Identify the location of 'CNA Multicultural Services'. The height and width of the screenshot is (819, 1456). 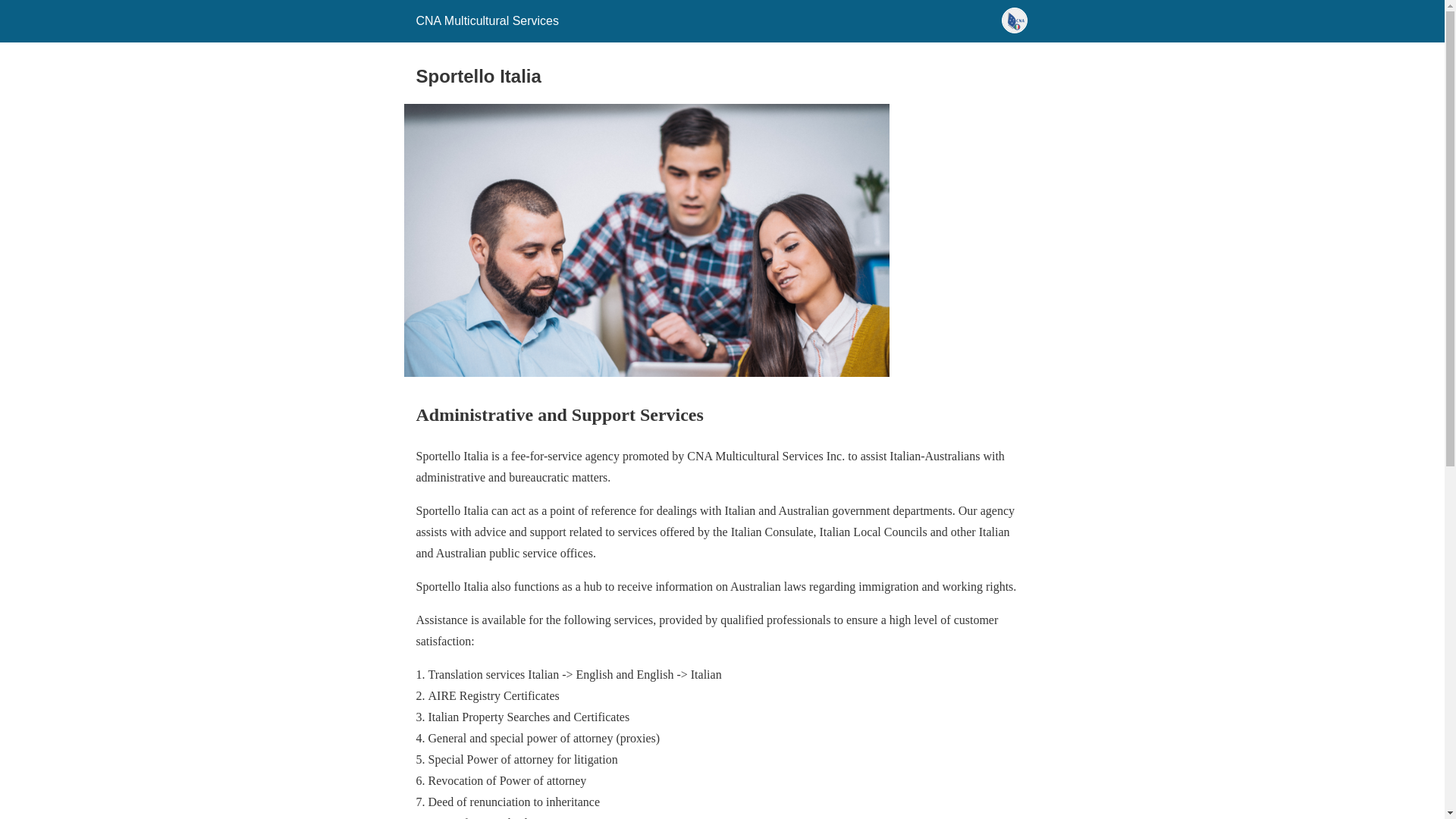
(487, 20).